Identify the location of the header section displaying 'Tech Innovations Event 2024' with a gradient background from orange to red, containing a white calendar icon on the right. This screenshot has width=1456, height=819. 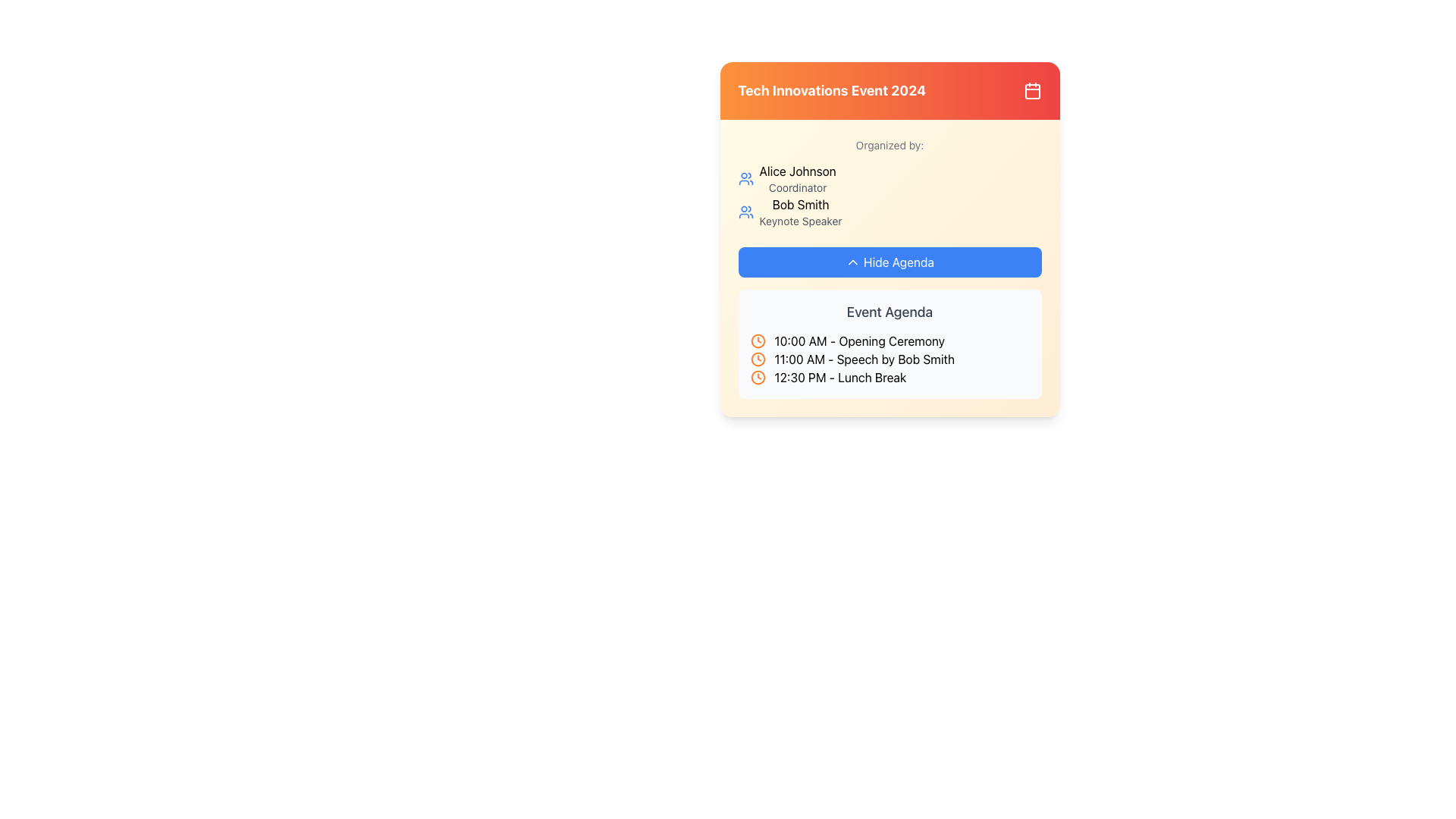
(890, 90).